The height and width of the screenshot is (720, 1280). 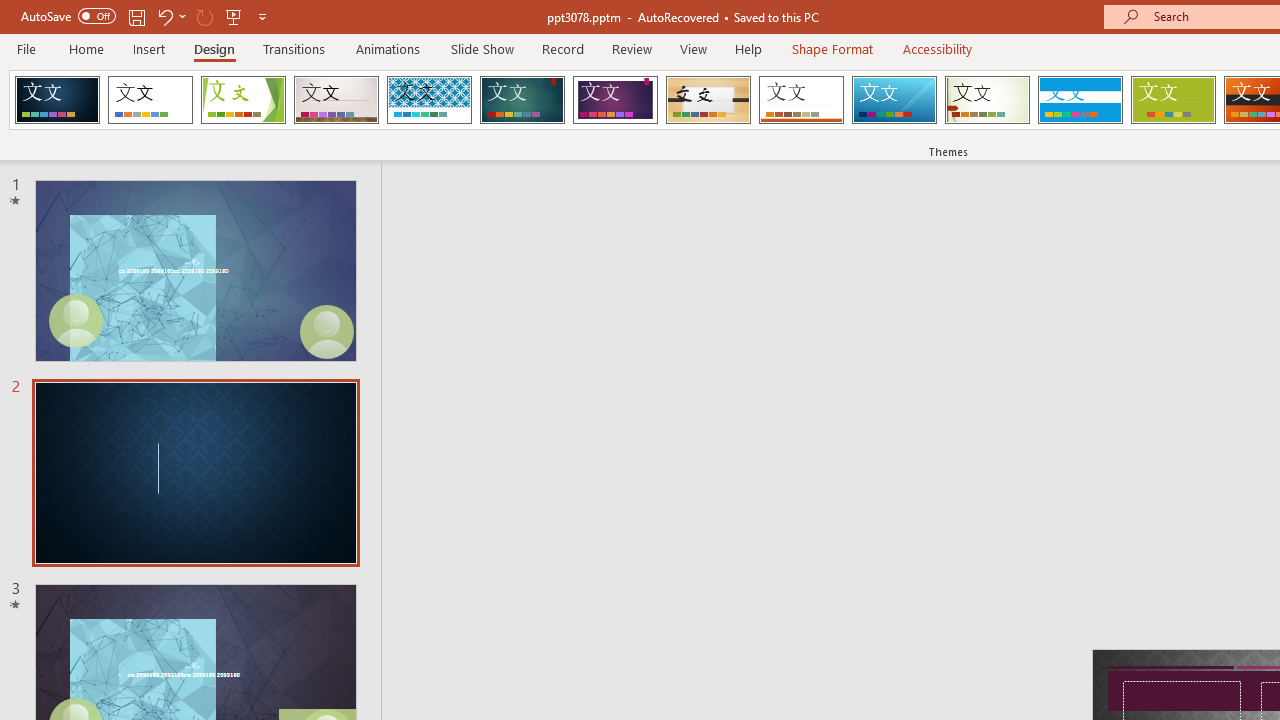 I want to click on 'AutoSave', so click(x=68, y=16).